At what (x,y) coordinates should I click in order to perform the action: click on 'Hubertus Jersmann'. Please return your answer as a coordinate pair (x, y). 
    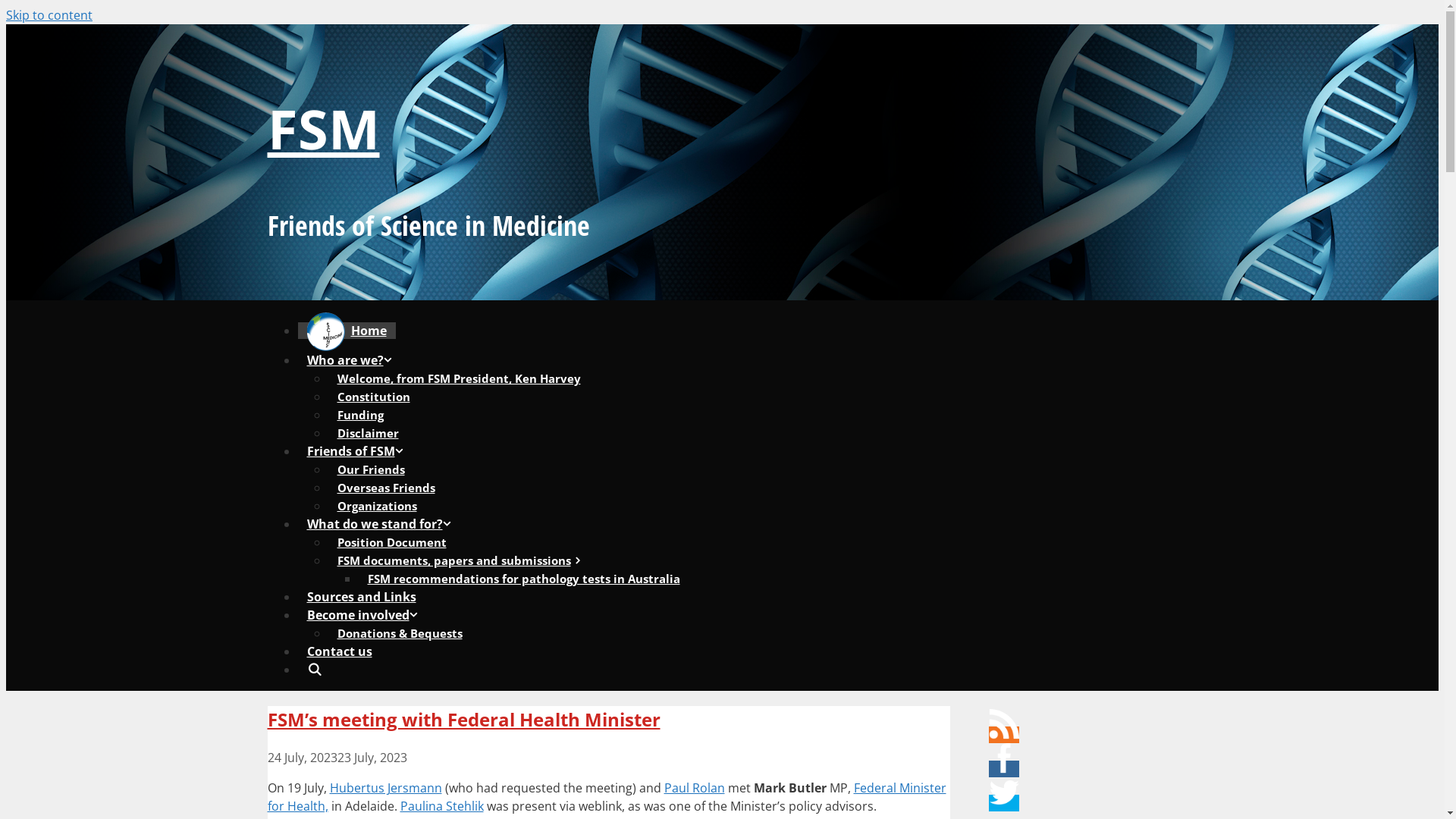
    Looking at the image, I should click on (385, 786).